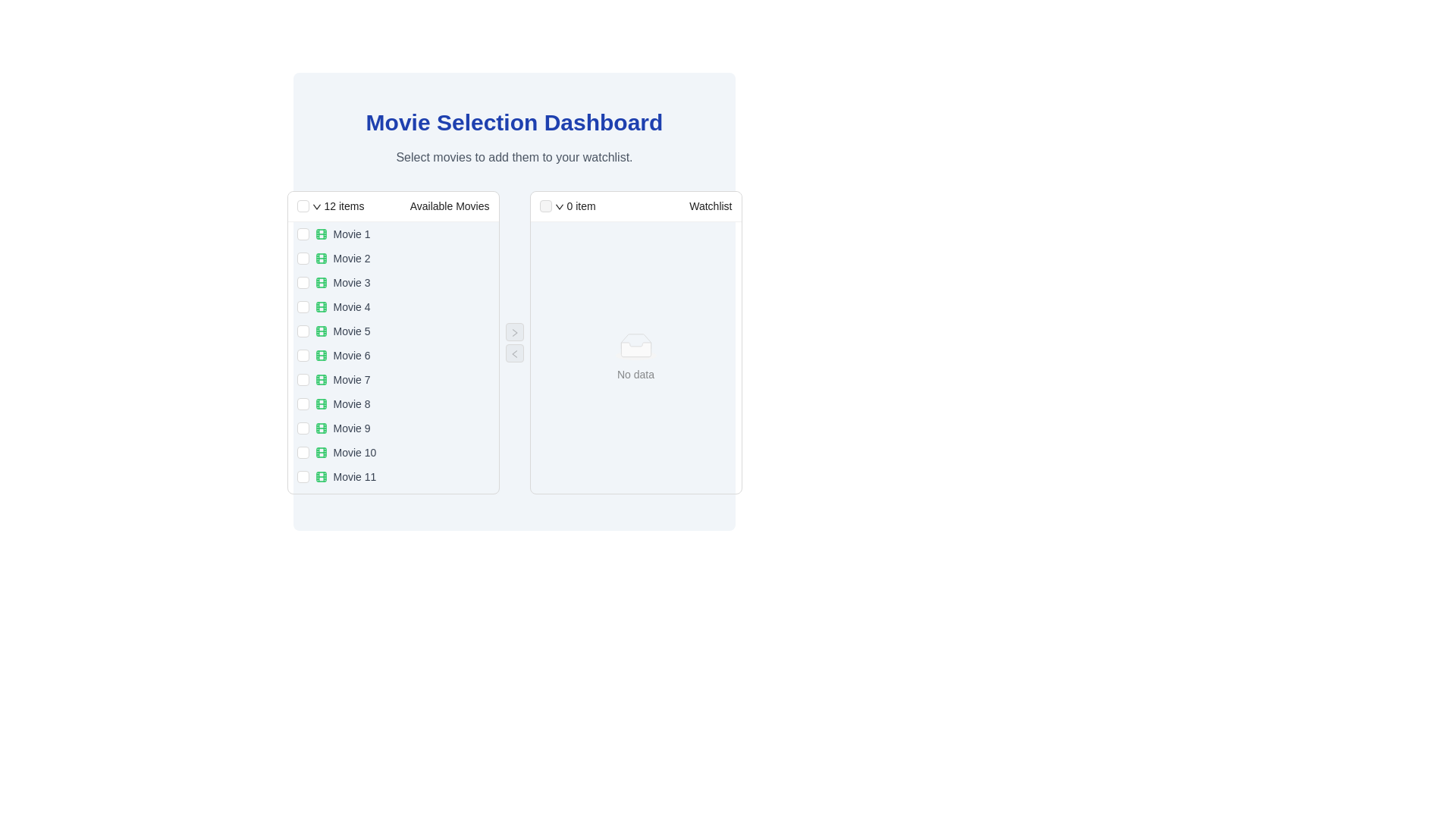  I want to click on the static text display indicating the number of items available or selected, located in the header section of the left list panel, to the left of the 'Available Movies' text, so click(343, 206).